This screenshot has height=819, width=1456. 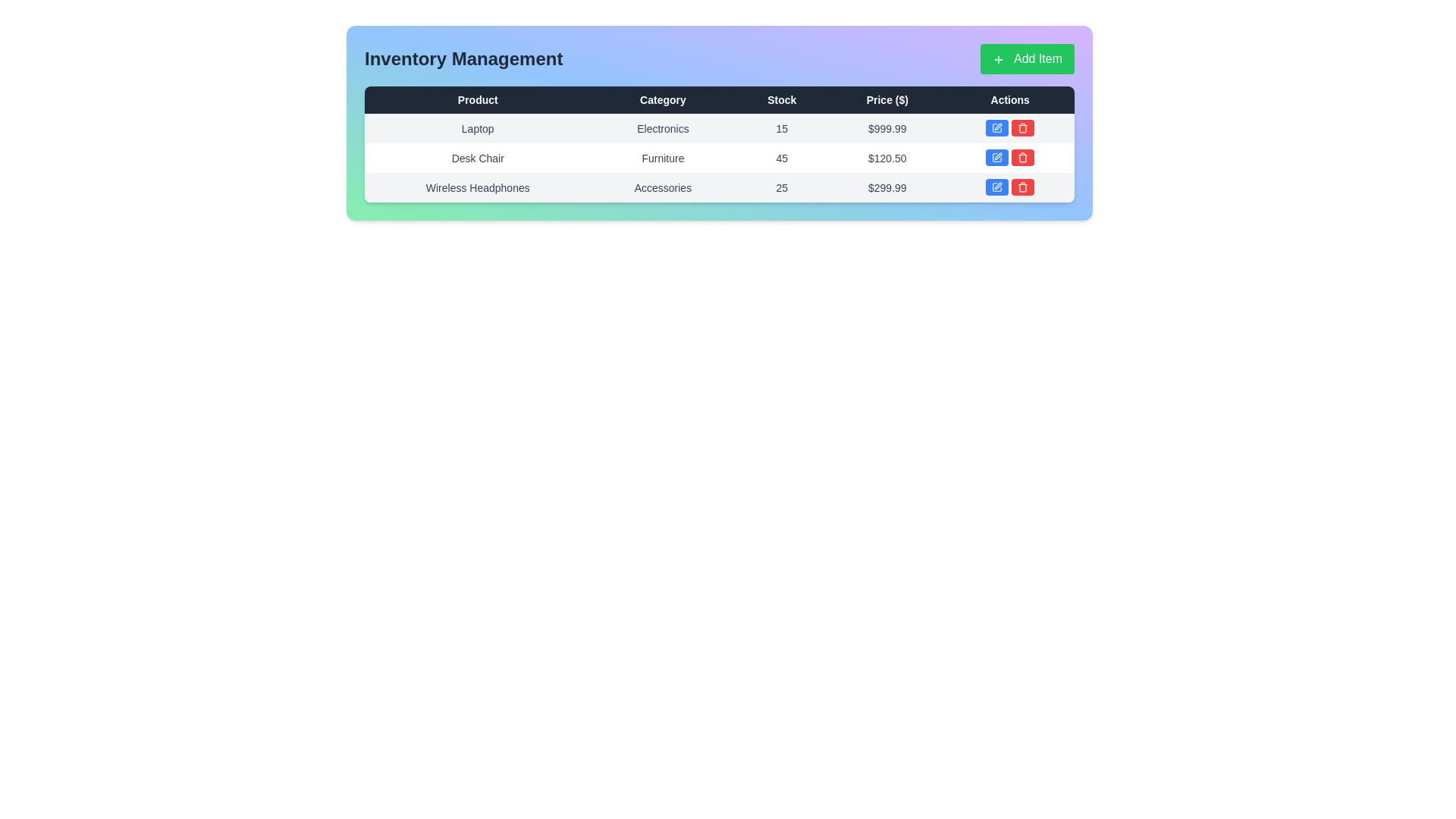 I want to click on the text in the 'Category' column of the table that specifies the product 'Wireless Headphones', so click(x=663, y=187).